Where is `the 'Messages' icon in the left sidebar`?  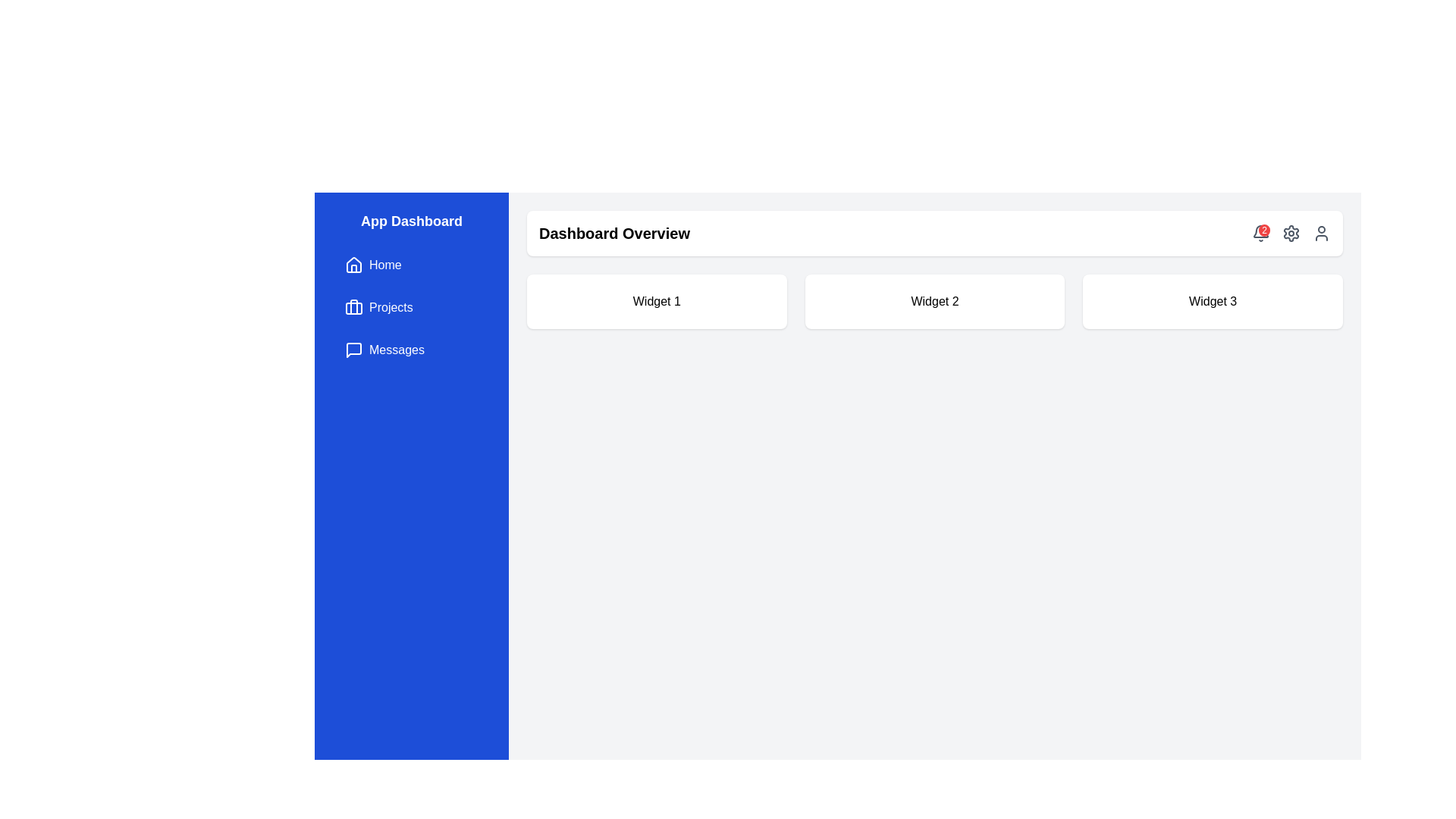 the 'Messages' icon in the left sidebar is located at coordinates (353, 350).